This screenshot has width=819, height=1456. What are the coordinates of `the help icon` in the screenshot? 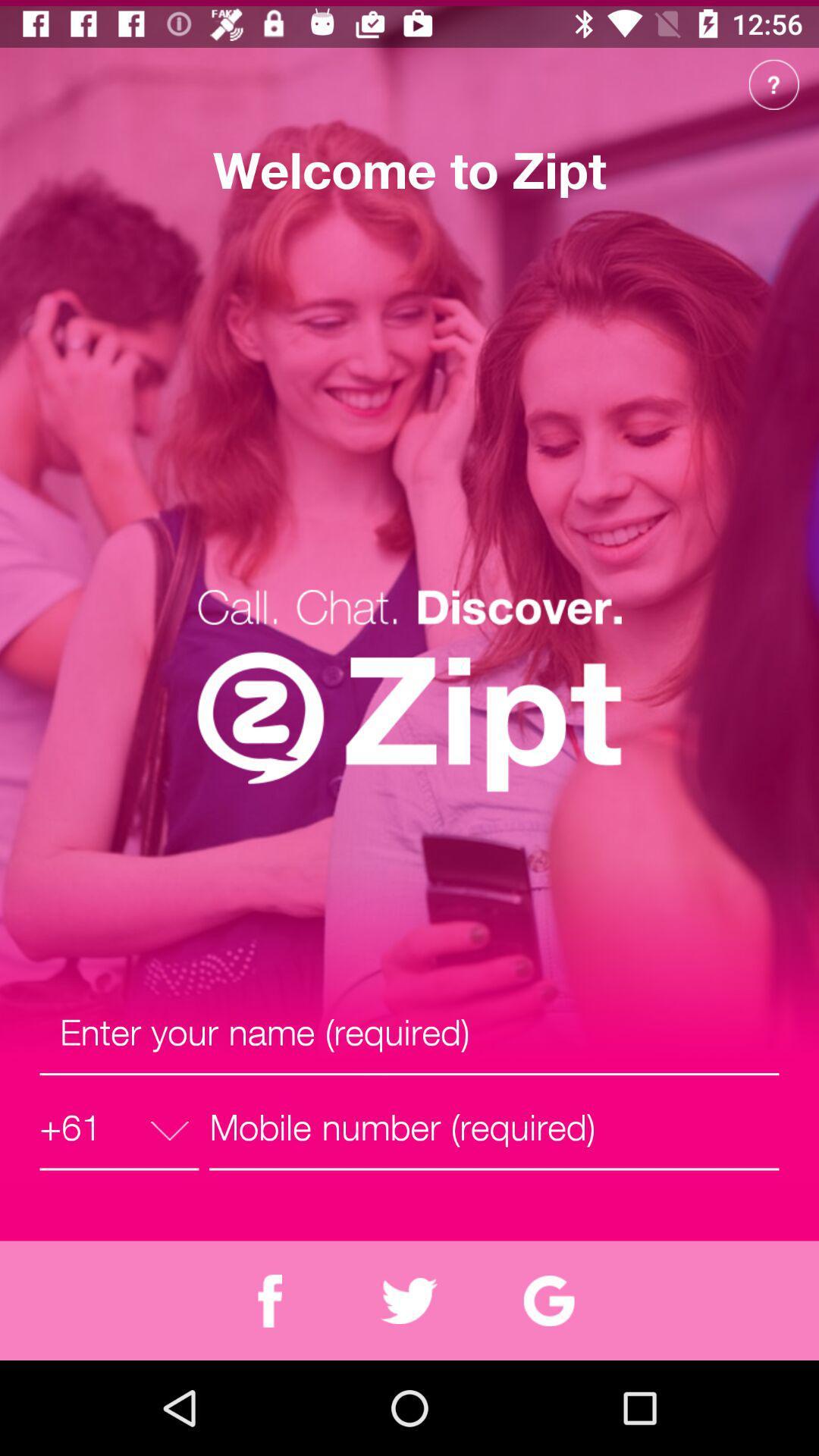 It's located at (773, 83).